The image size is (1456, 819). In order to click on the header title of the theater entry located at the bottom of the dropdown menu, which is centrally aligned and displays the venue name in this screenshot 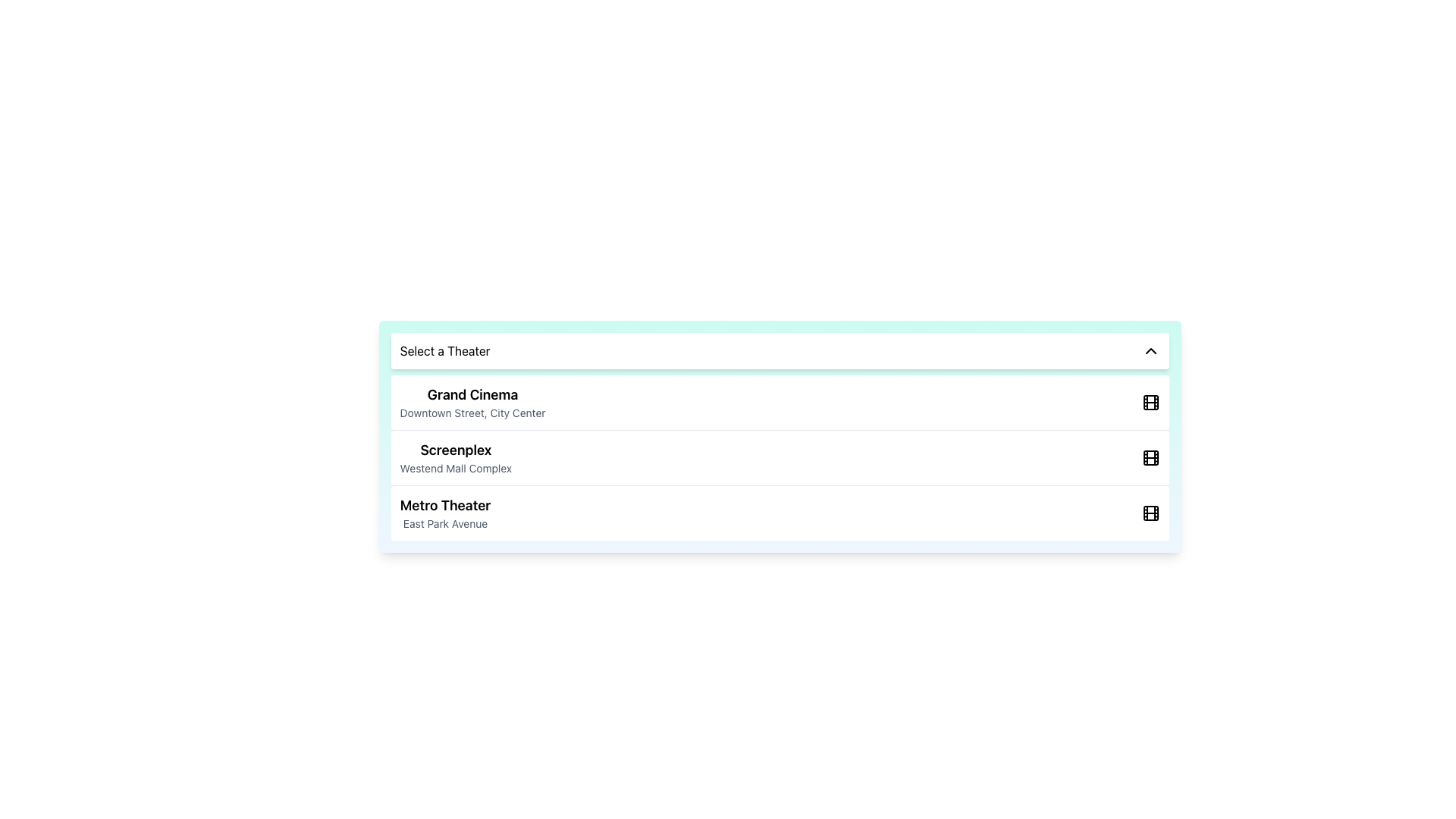, I will do `click(444, 506)`.